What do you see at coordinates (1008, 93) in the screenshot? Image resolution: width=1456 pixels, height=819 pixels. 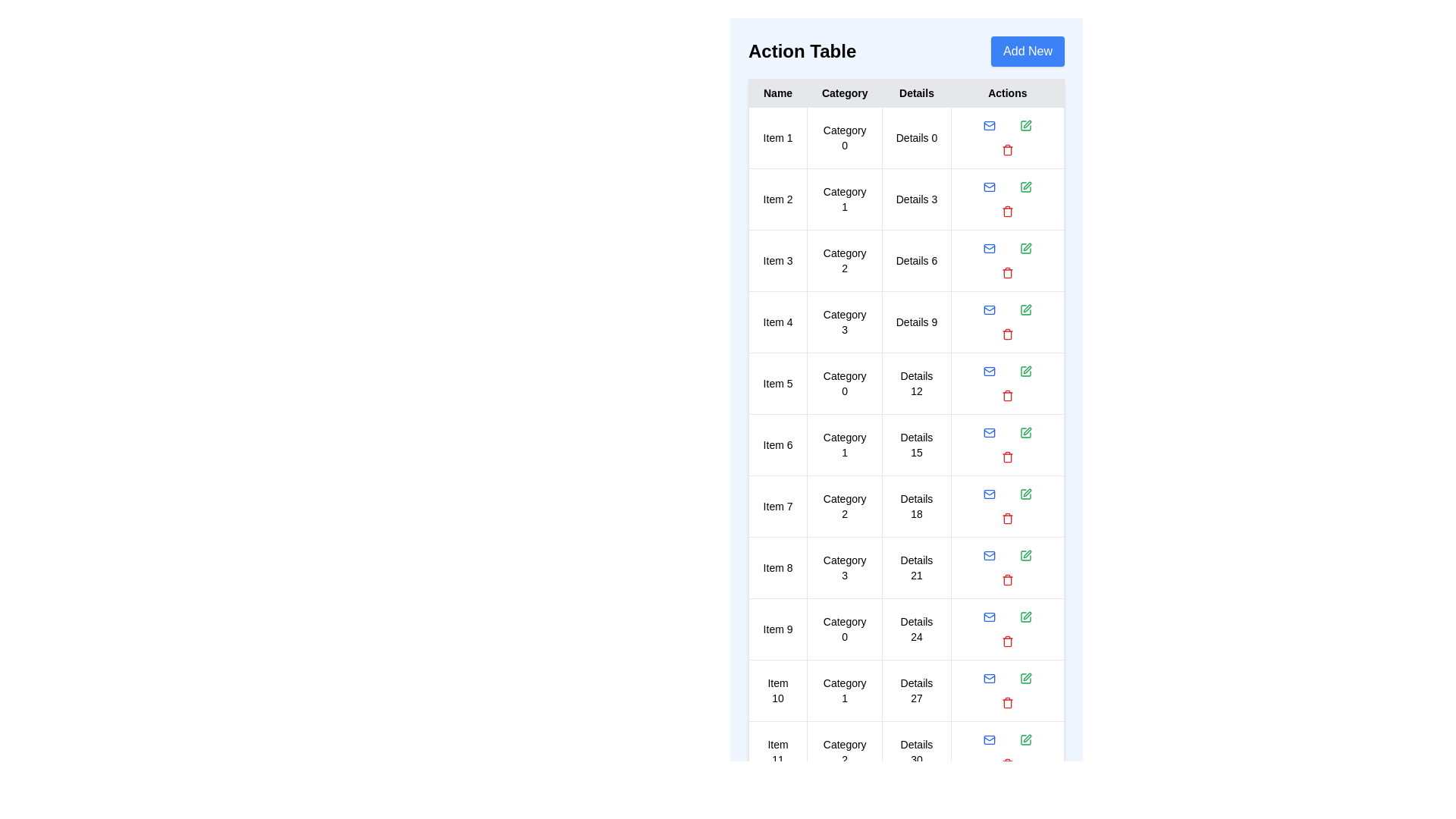 I see `the table header Actions to sort or filter the table by that column` at bounding box center [1008, 93].